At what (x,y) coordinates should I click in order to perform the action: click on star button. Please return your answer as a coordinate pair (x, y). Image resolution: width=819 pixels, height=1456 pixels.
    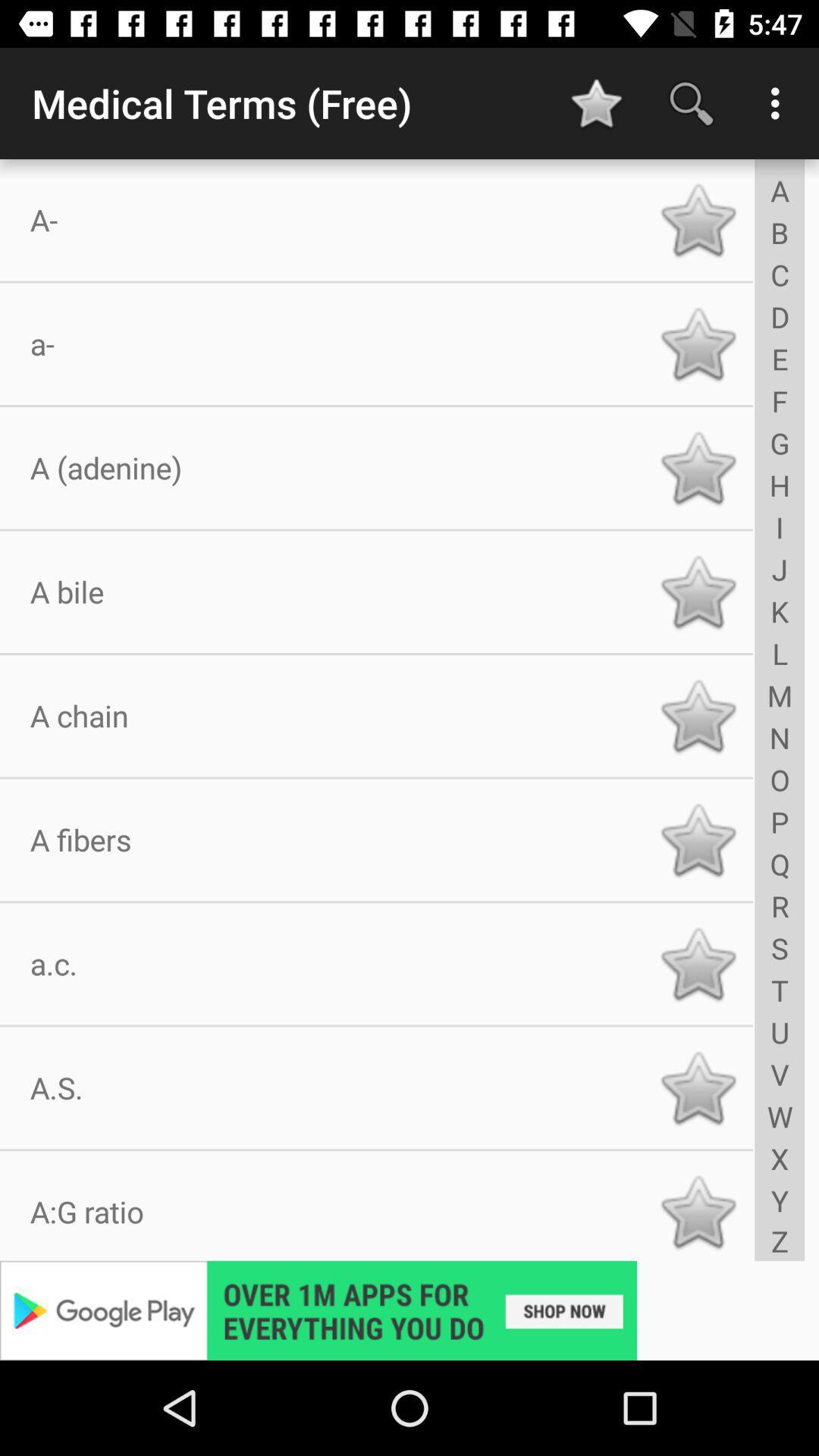
    Looking at the image, I should click on (698, 839).